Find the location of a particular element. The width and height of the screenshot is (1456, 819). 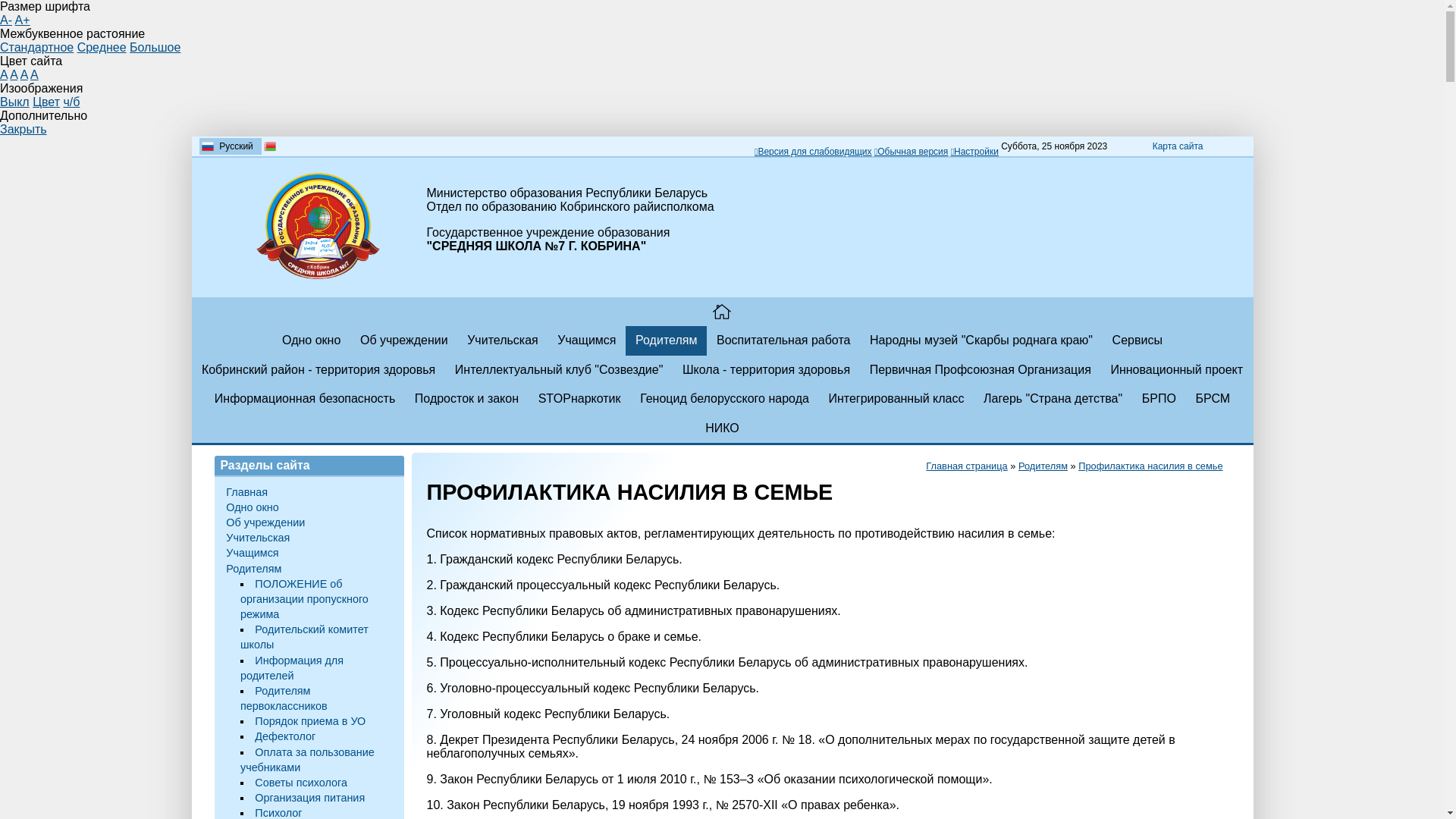

'A-' is located at coordinates (6, 20).